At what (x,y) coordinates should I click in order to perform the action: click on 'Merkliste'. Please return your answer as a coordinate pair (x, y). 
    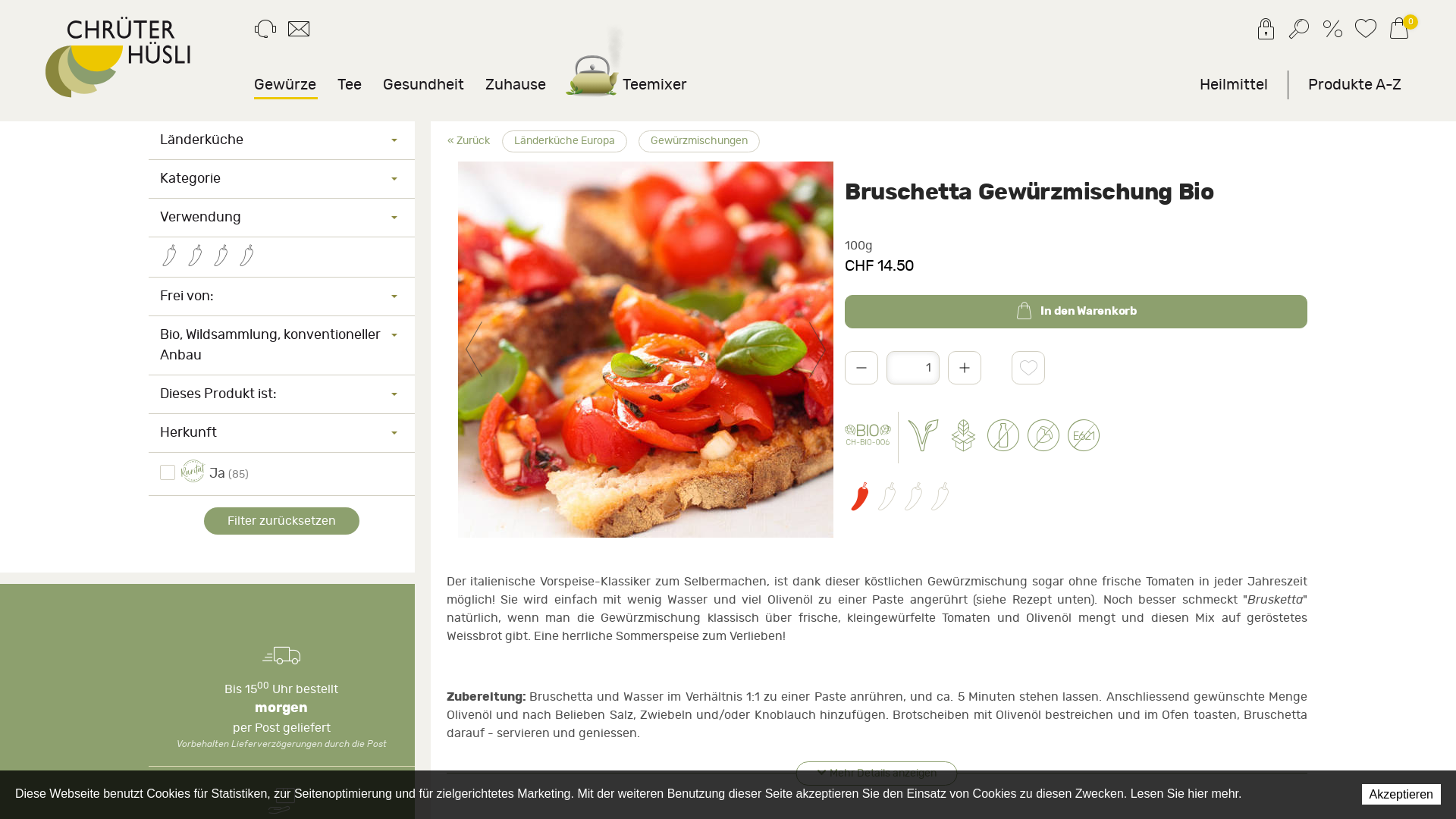
    Looking at the image, I should click on (1365, 32).